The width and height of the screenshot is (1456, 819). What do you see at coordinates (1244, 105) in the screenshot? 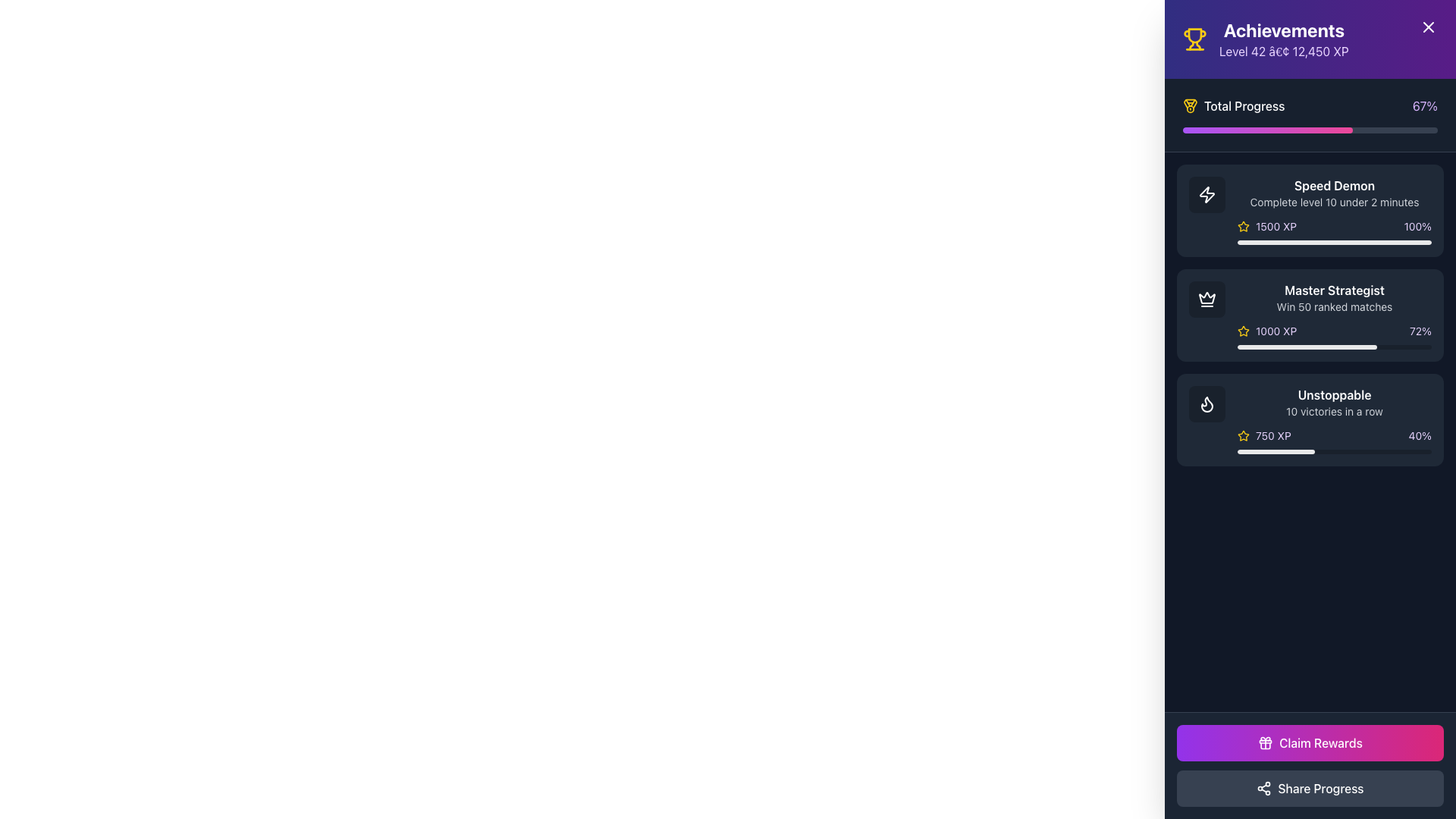
I see `the static text label that summarizes the user's overall achievement progression, located to the right of a small yellow medal icon under the 'Achievements' heading` at bounding box center [1244, 105].